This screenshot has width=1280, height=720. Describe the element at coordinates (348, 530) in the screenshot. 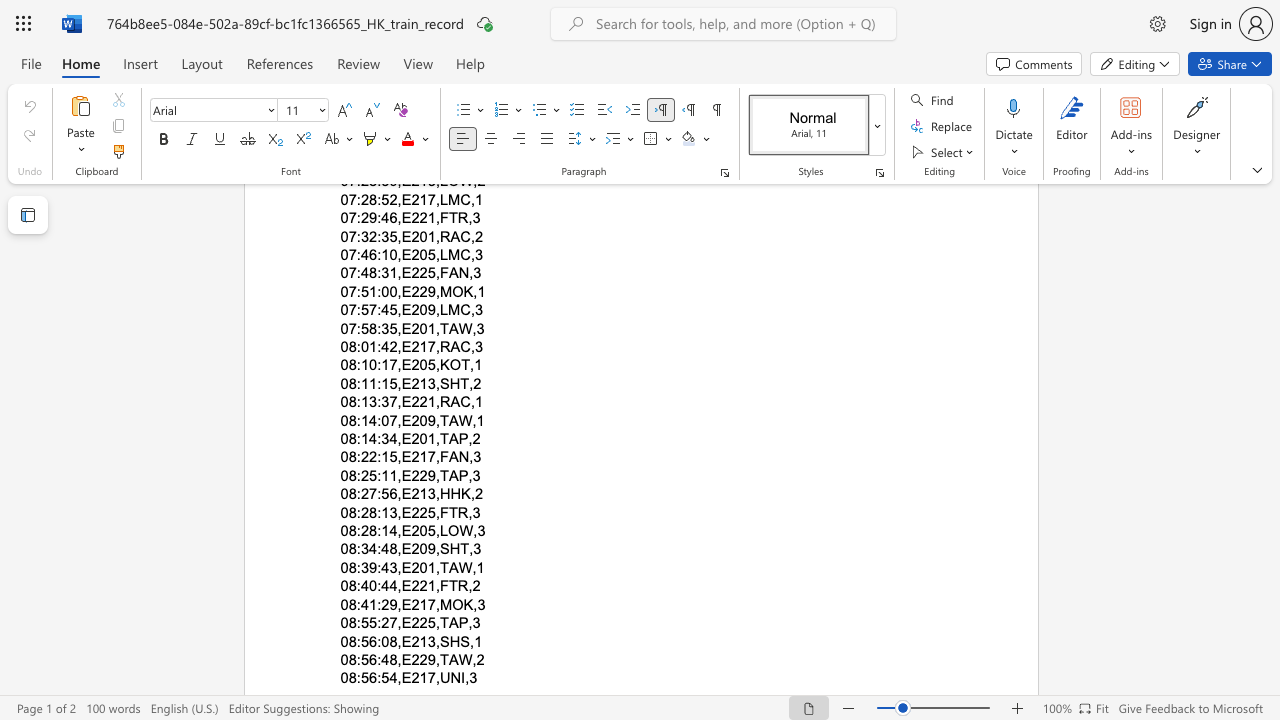

I see `the space between the continuous character "0" and "8" in the text` at that location.